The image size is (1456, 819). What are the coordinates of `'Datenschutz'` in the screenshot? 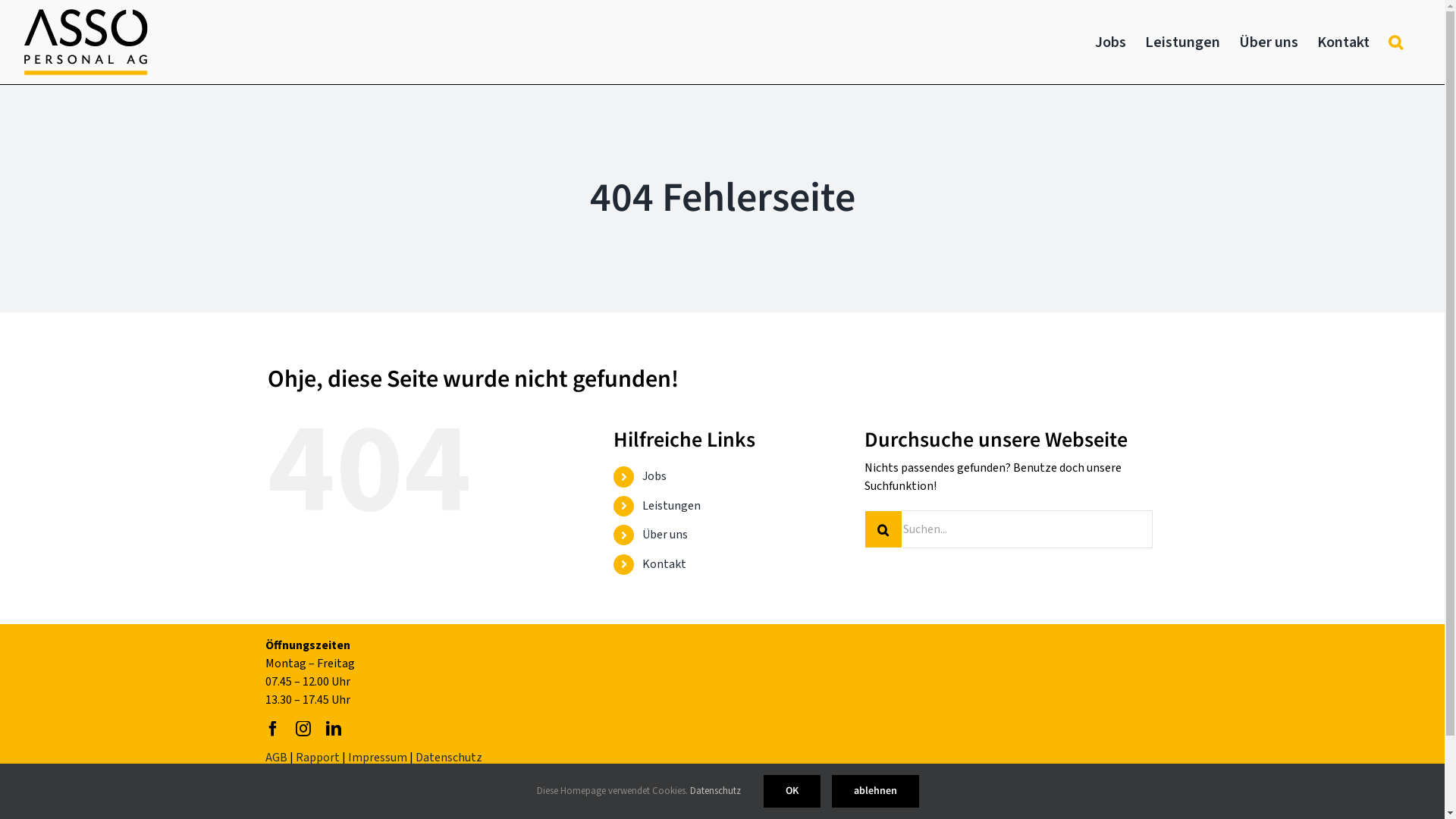 It's located at (714, 789).